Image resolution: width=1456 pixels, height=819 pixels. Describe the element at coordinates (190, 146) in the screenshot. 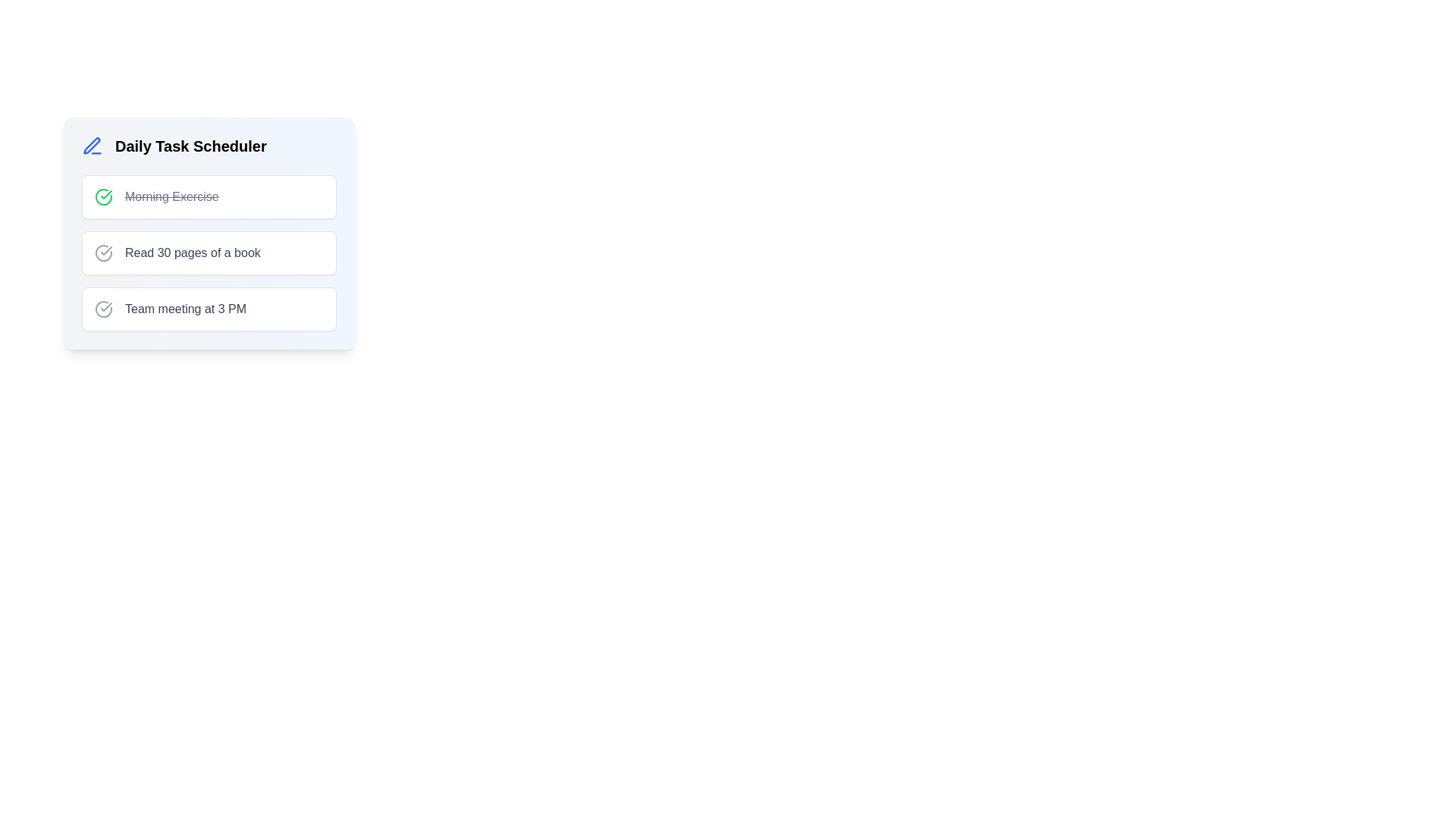

I see `the text label reading 'Daily Task Scheduler', which is styled in a prominent, bold serif font and positioned centrally within the task management card layout` at that location.